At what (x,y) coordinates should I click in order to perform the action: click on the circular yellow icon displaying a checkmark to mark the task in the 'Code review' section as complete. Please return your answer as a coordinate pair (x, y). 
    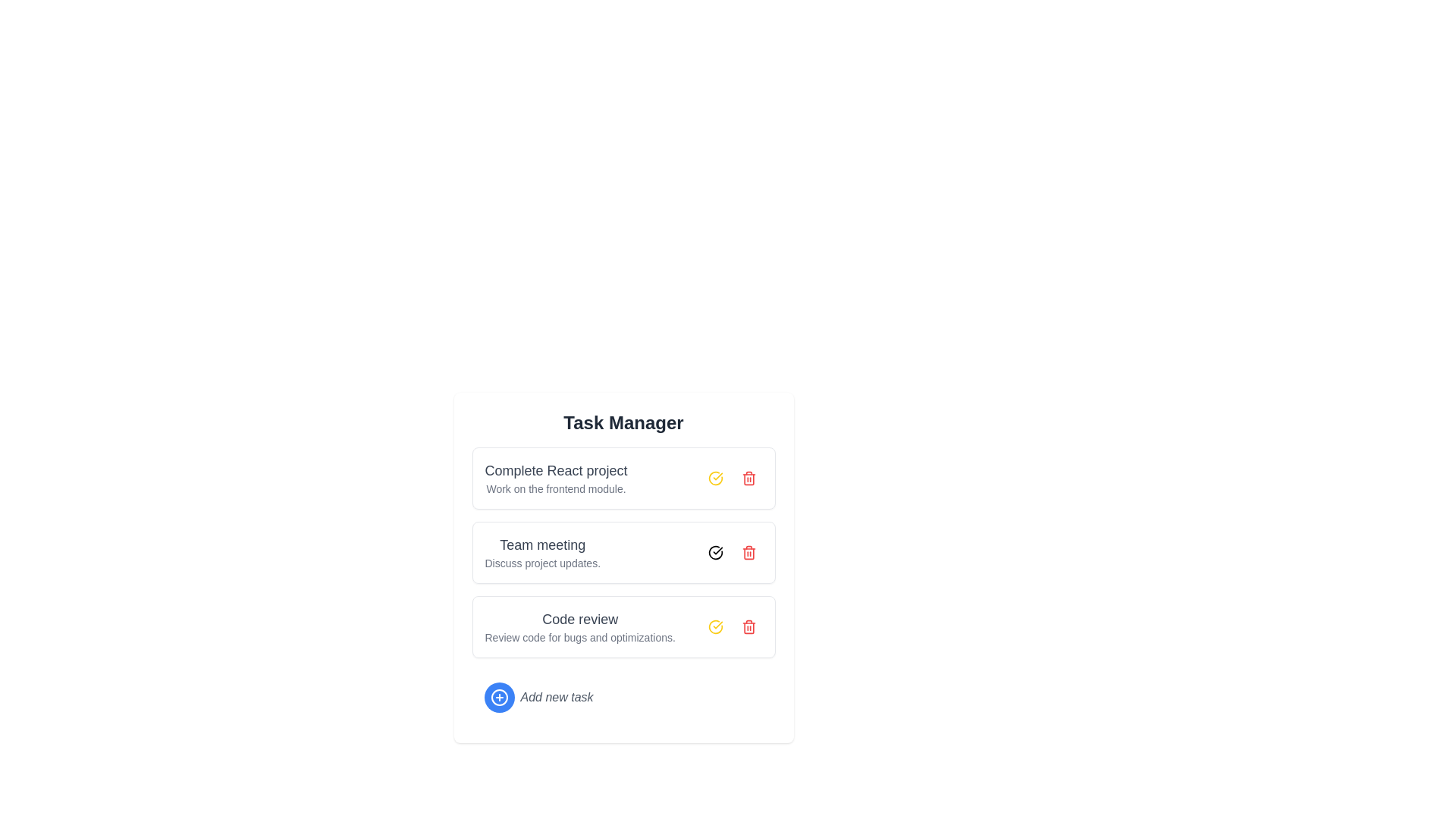
    Looking at the image, I should click on (714, 626).